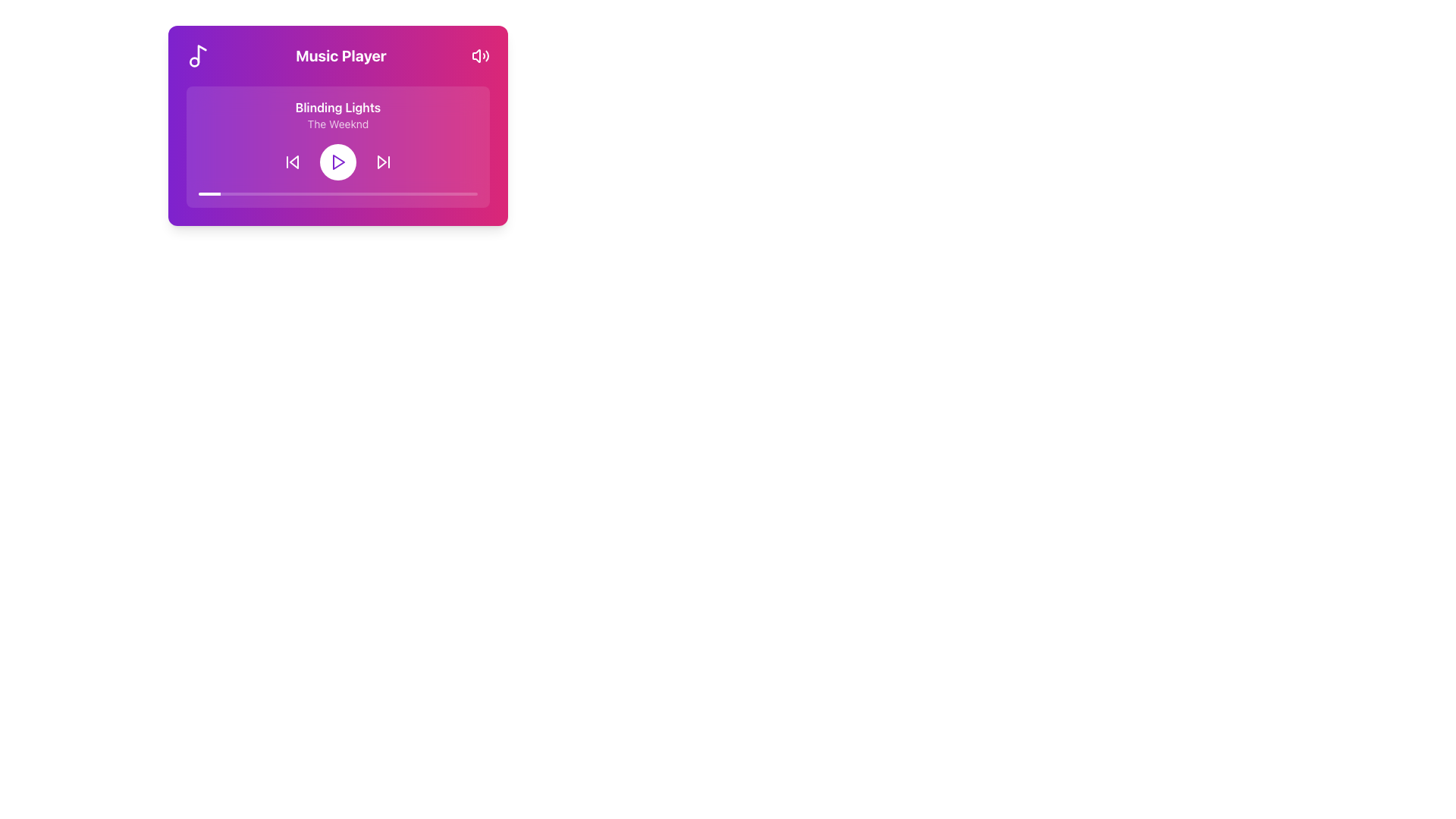  Describe the element at coordinates (337, 162) in the screenshot. I see `the white circular button with a purple play icon, which is the second in a group of three buttons within the music player interface` at that location.